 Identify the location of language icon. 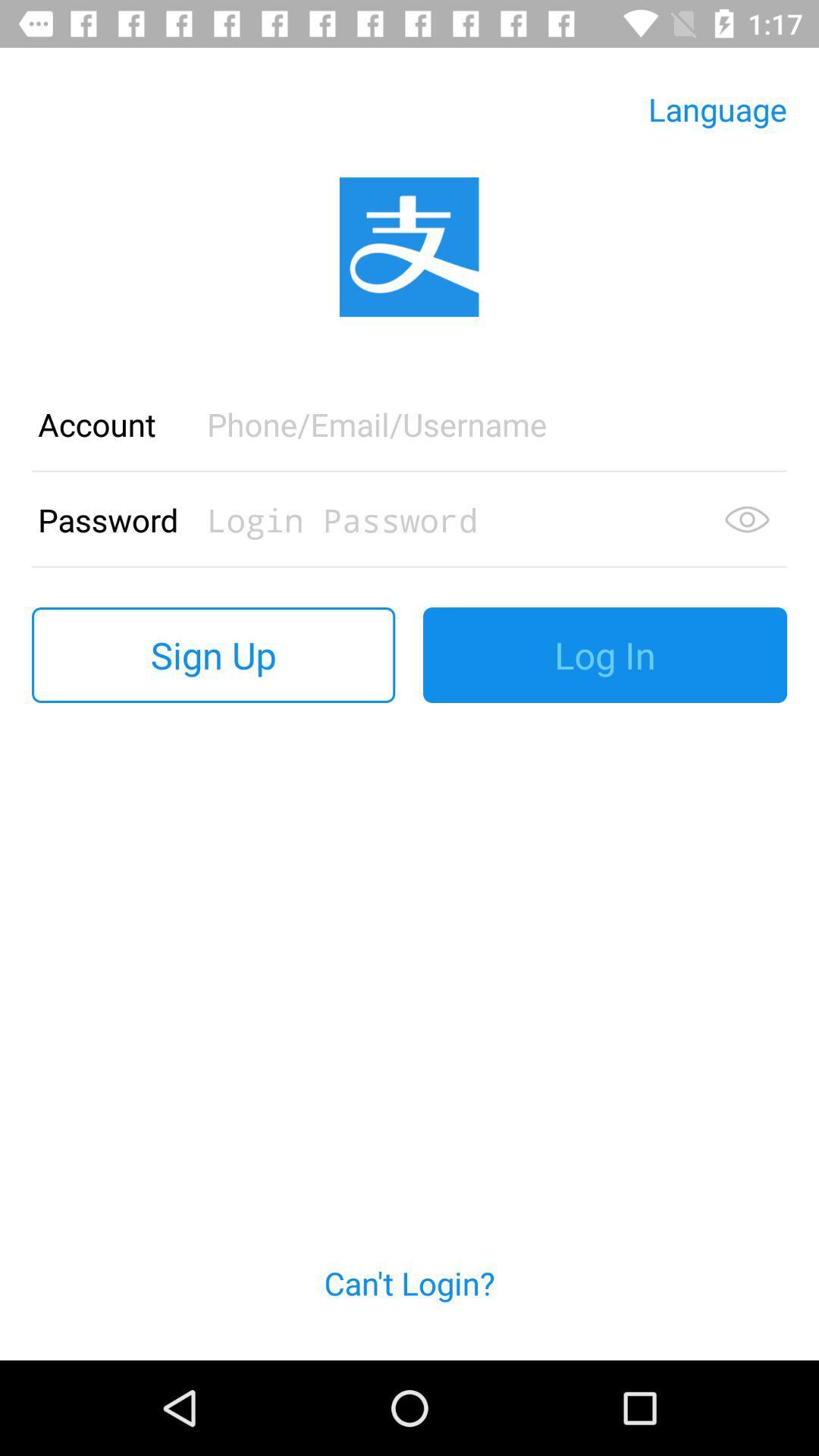
(717, 108).